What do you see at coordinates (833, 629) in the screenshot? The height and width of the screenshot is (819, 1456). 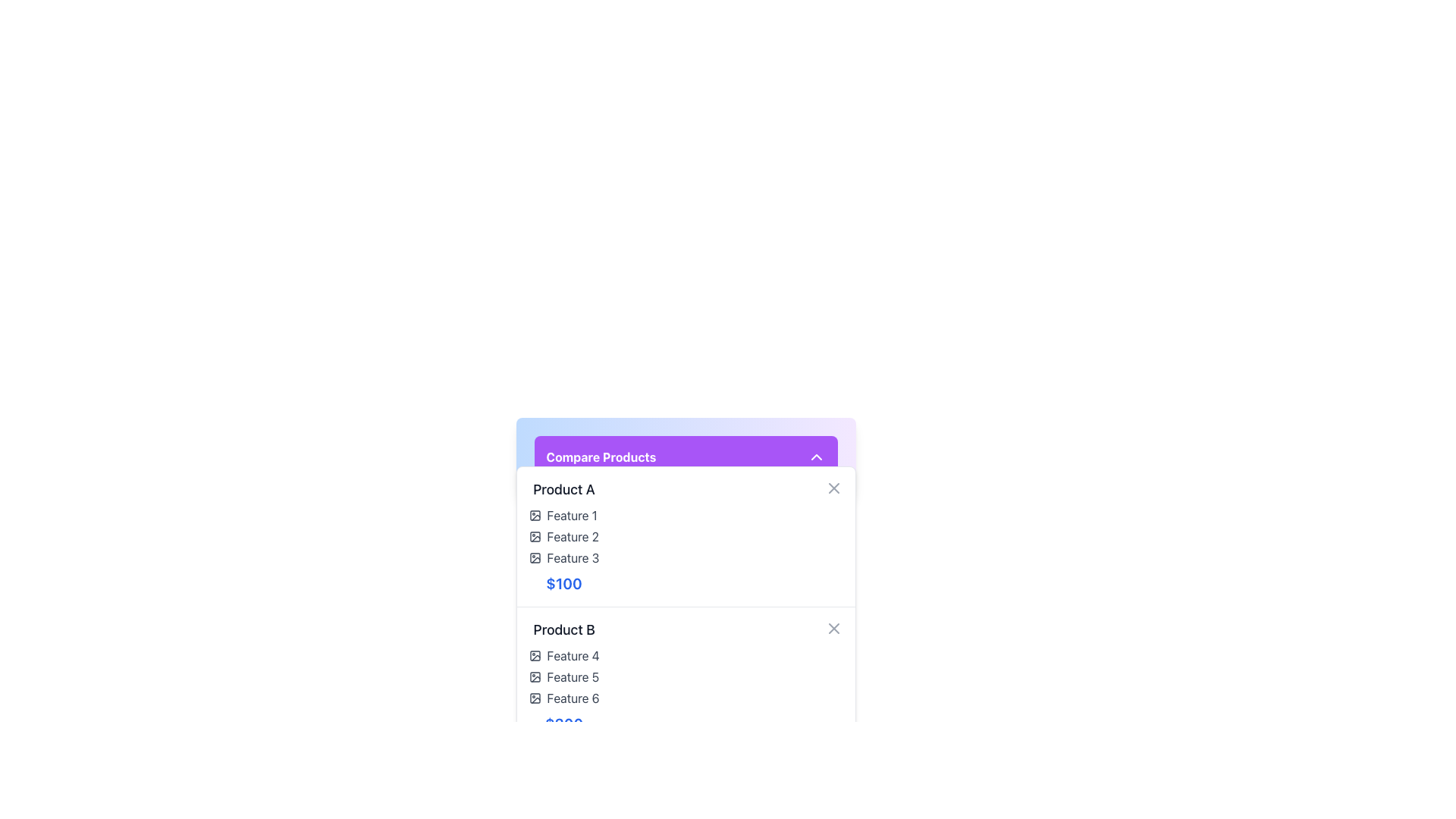 I see `the Close/Delete Icon located near the top-right corner of the second section` at bounding box center [833, 629].